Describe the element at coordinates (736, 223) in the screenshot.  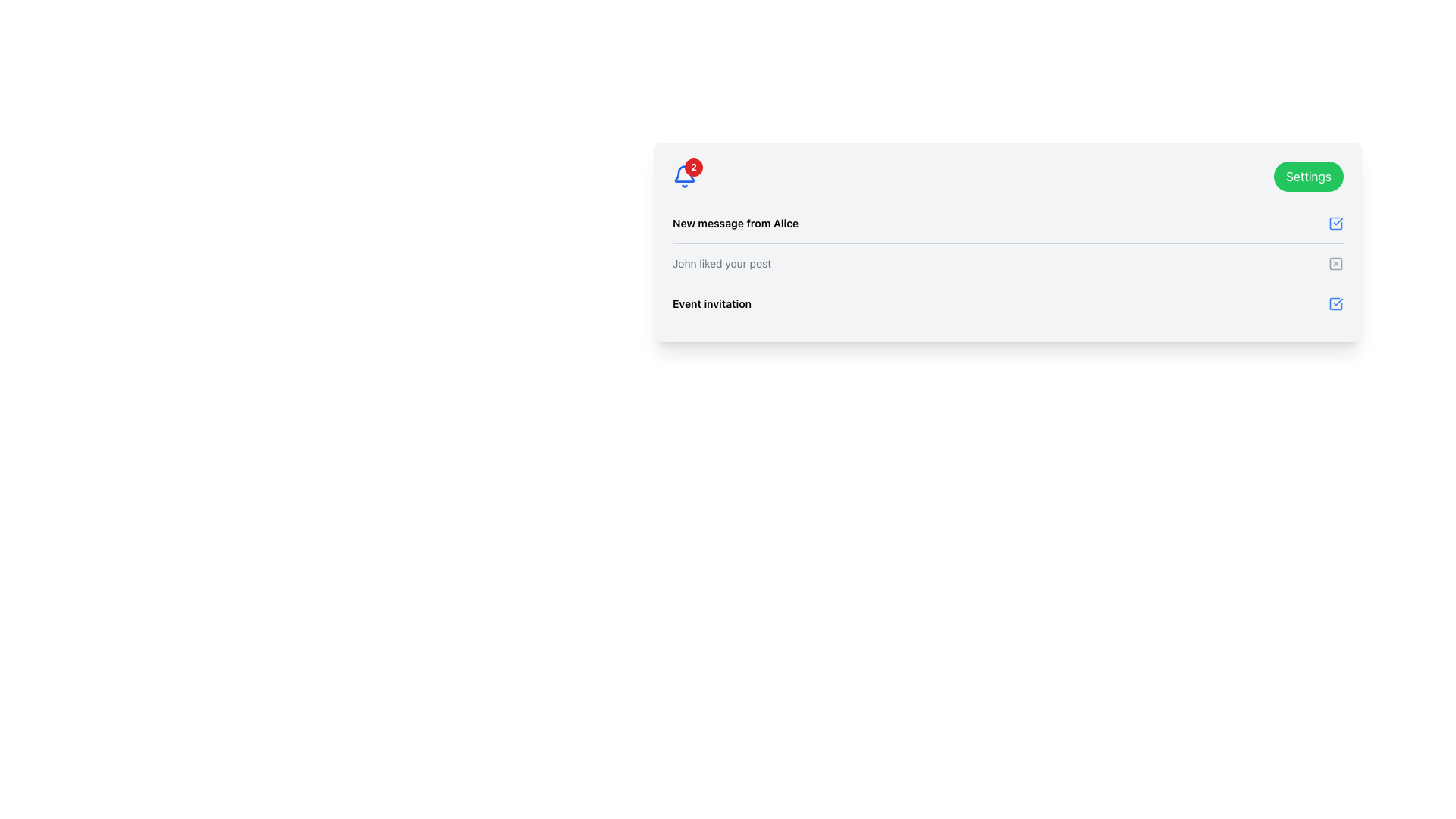
I see `Text Label that notifies the user about a new message from Alice, located at the top left corner of the notification panel` at that location.